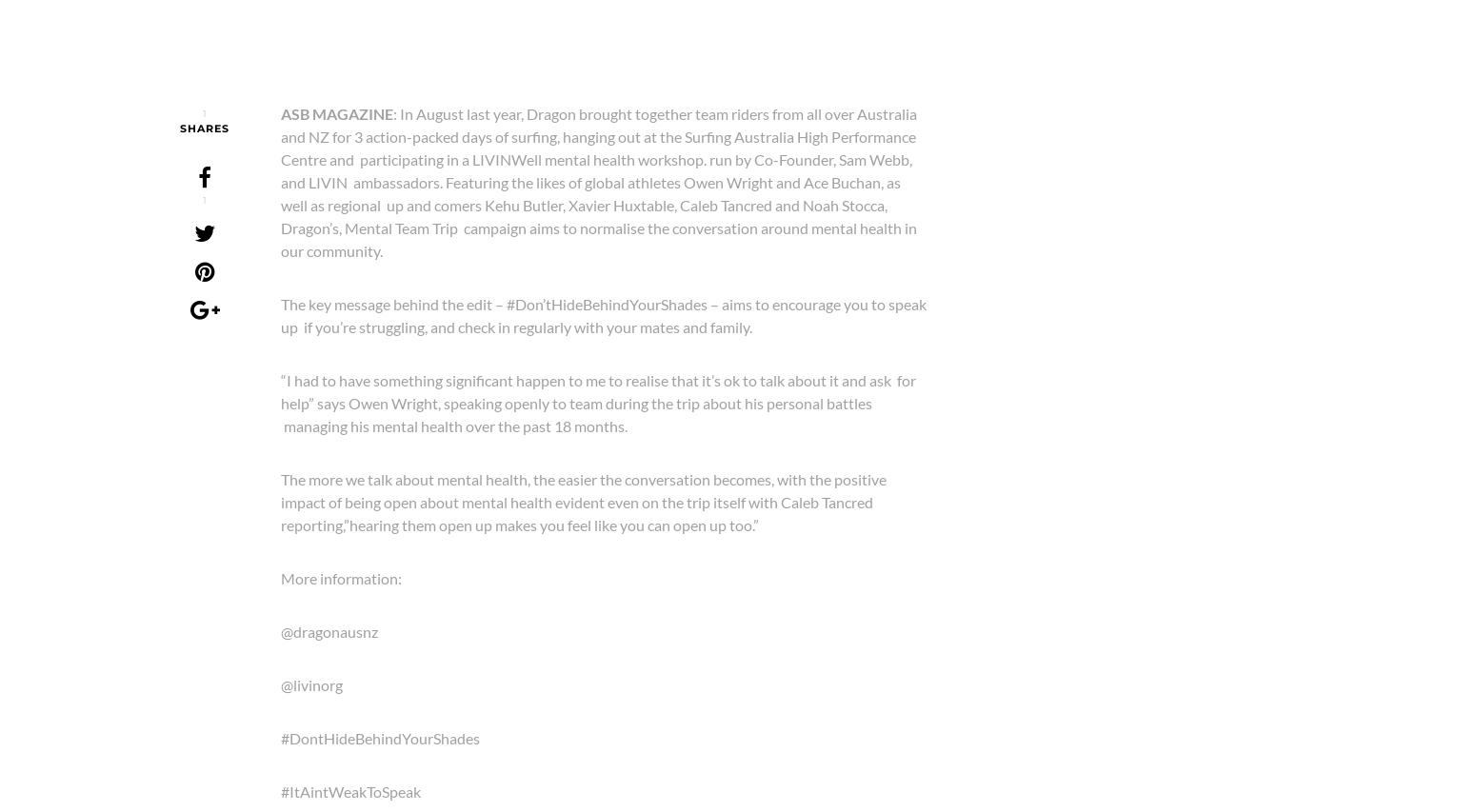 The height and width of the screenshot is (812, 1476). I want to click on 'Shares', so click(203, 127).